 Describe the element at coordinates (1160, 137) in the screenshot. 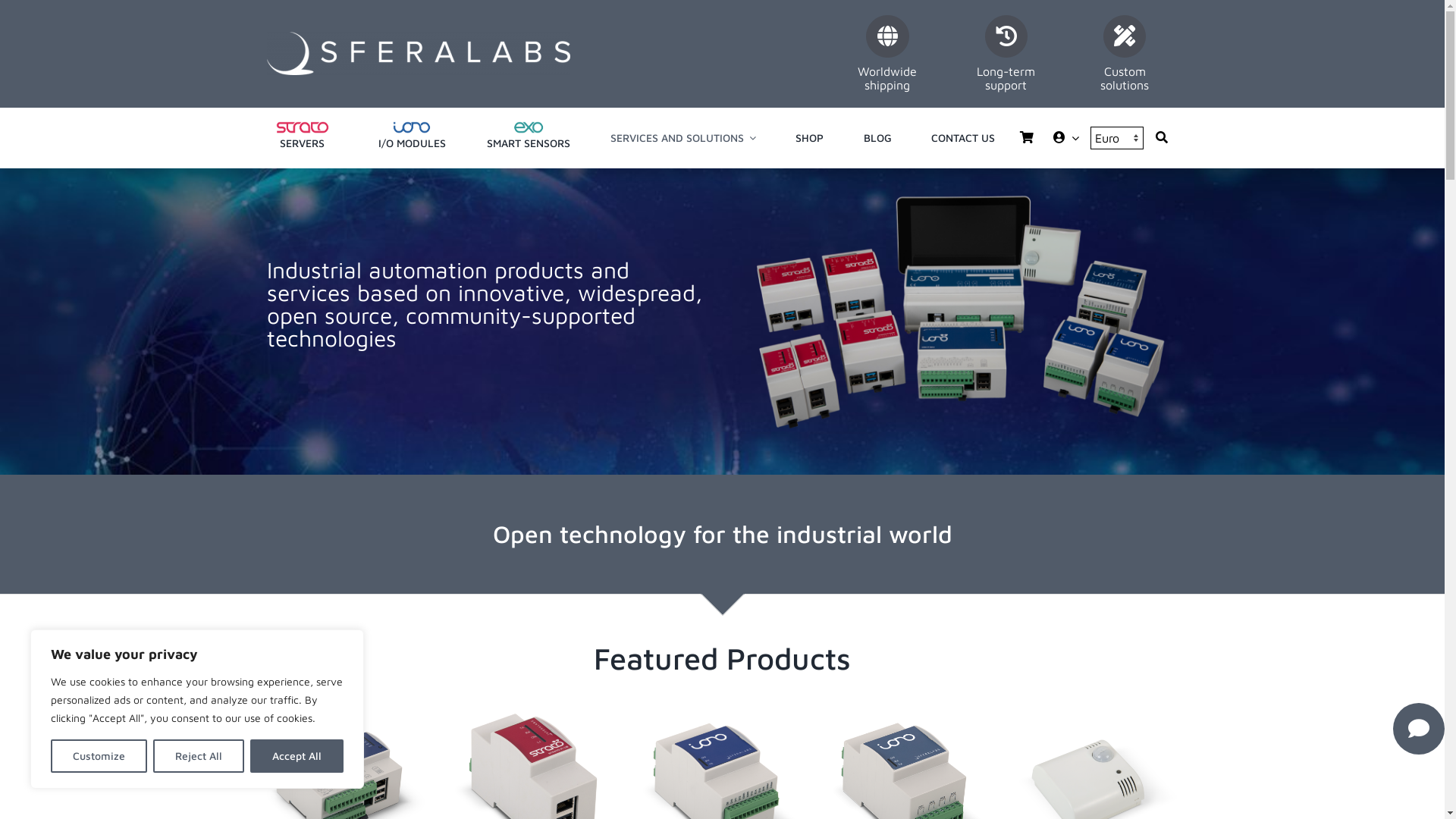

I see `'Search'` at that location.